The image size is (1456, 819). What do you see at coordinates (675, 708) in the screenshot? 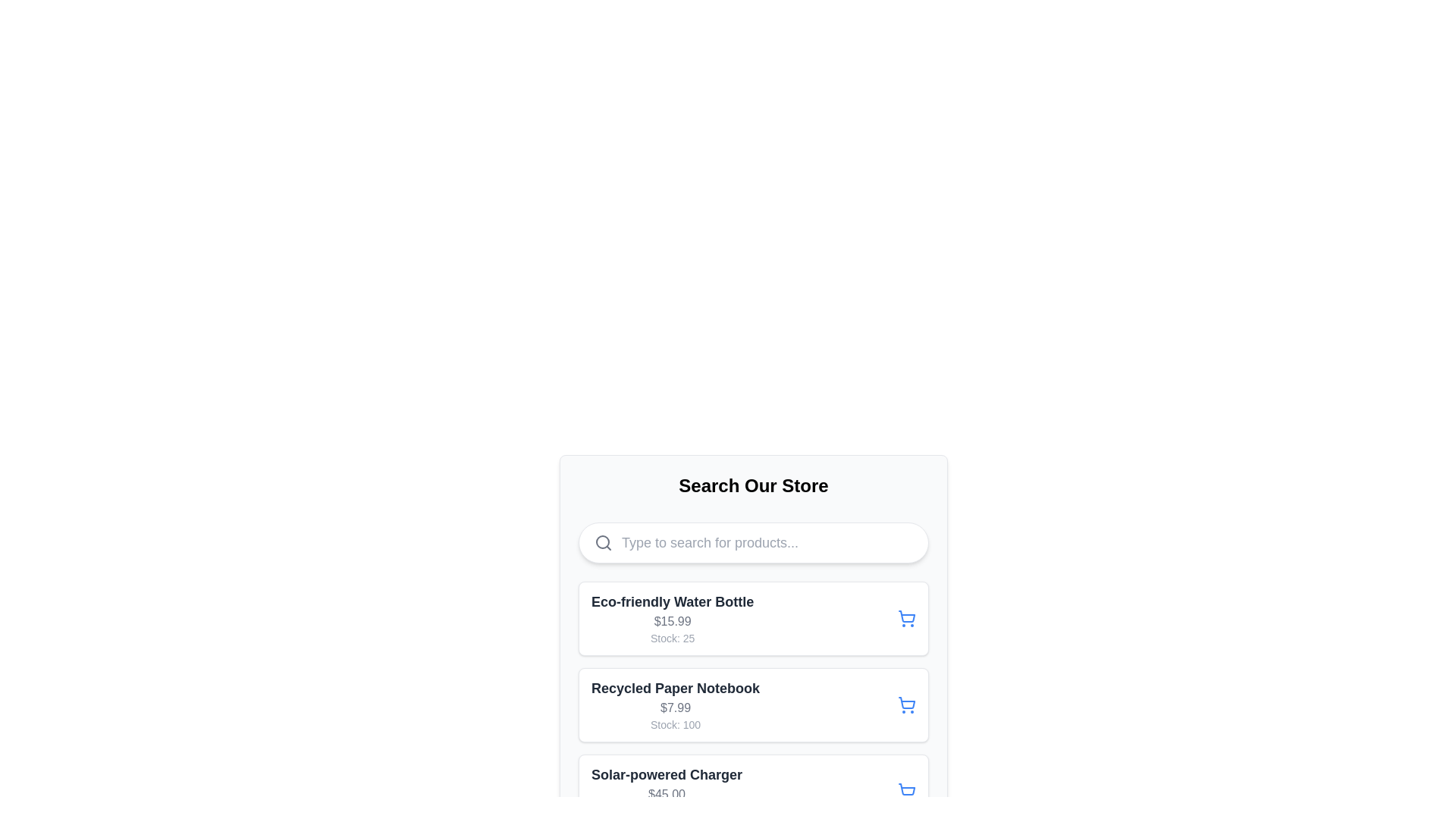
I see `the price text label '$7.99' found in the product listing card for 'Recycled Paper Notebook', which is styled in a gray font and positioned centrally below the product name` at bounding box center [675, 708].